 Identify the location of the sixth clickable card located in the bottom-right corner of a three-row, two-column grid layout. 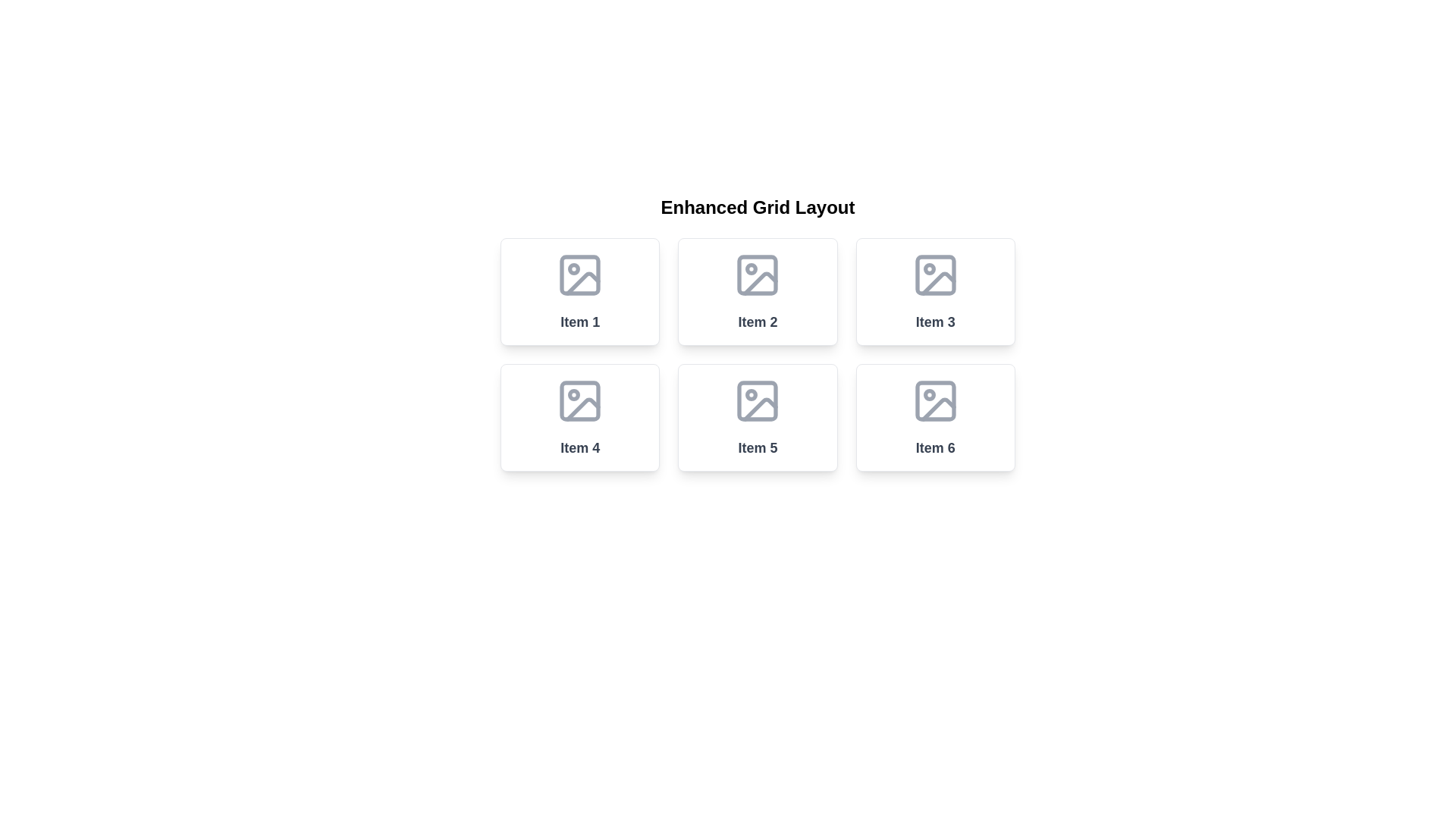
(934, 418).